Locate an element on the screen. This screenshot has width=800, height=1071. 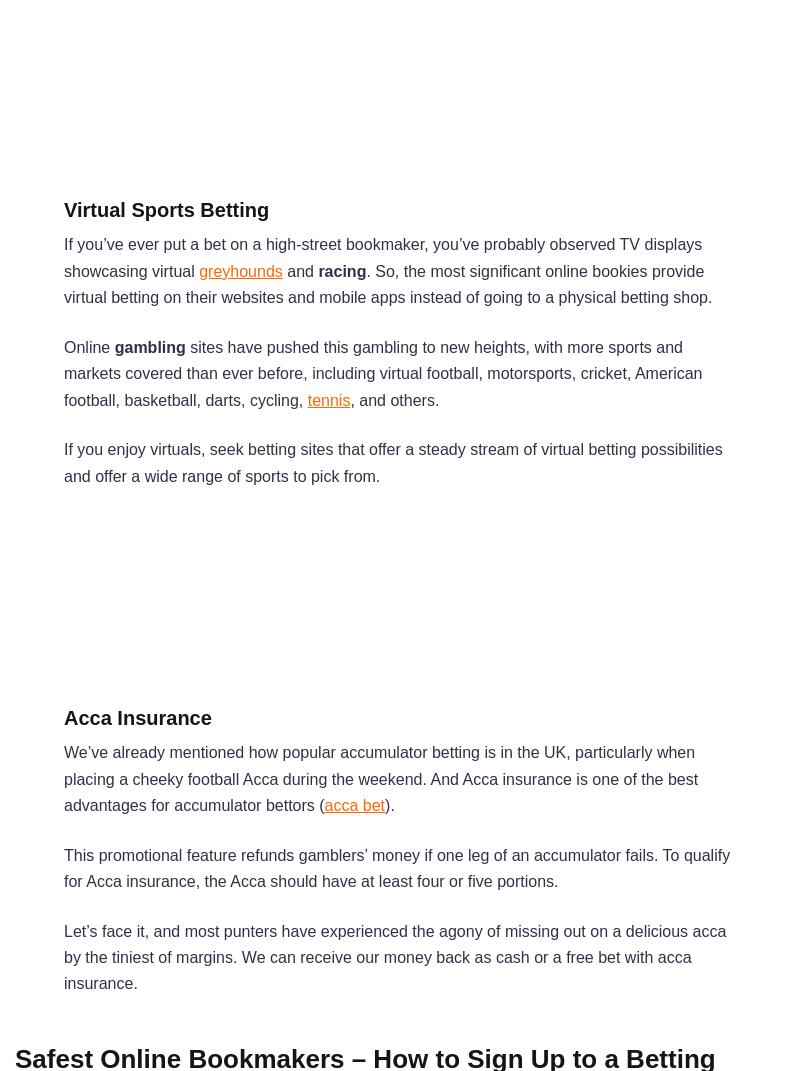
'acca bet' is located at coordinates (323, 804).